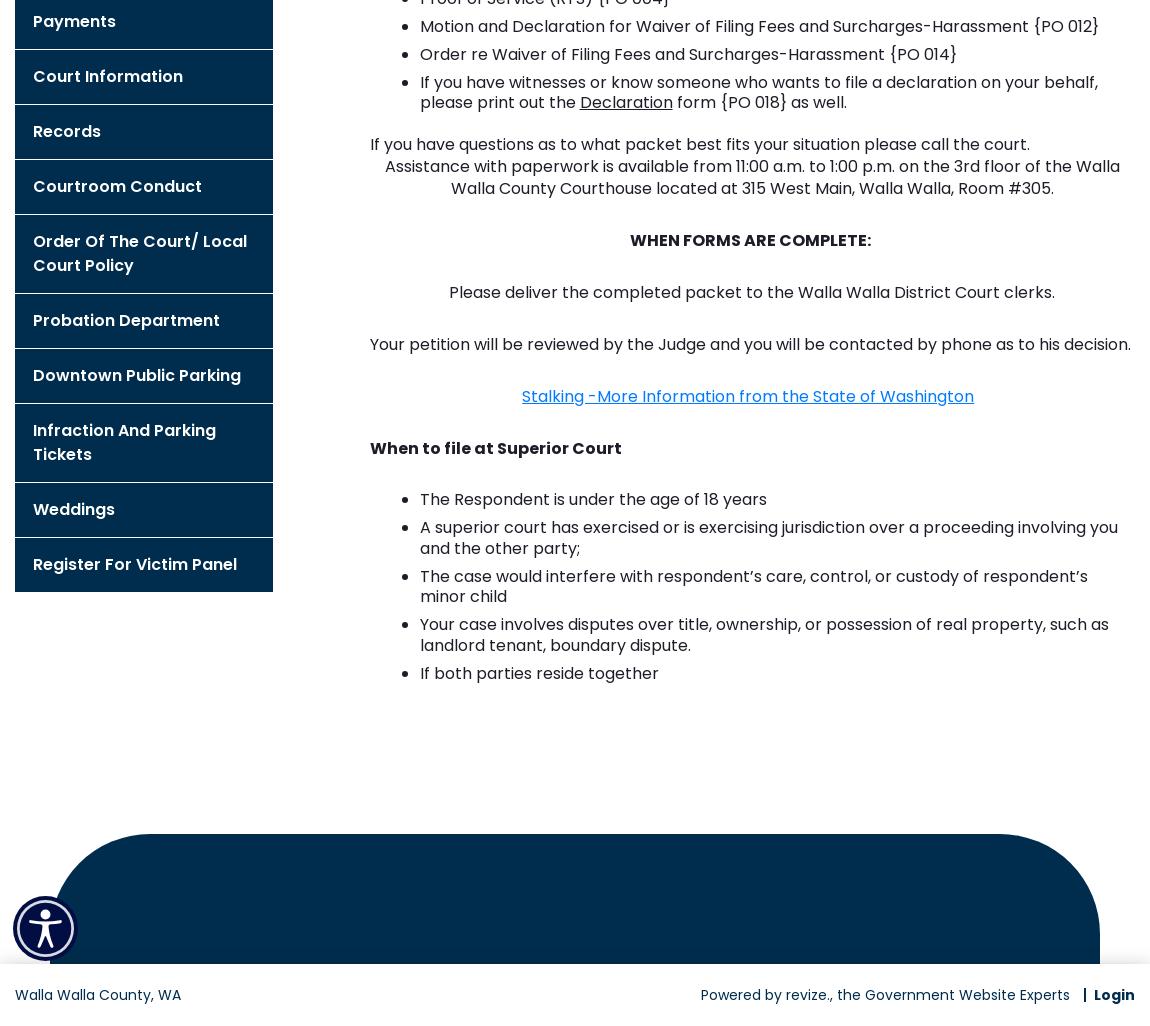  What do you see at coordinates (624, 101) in the screenshot?
I see `'Declaration'` at bounding box center [624, 101].